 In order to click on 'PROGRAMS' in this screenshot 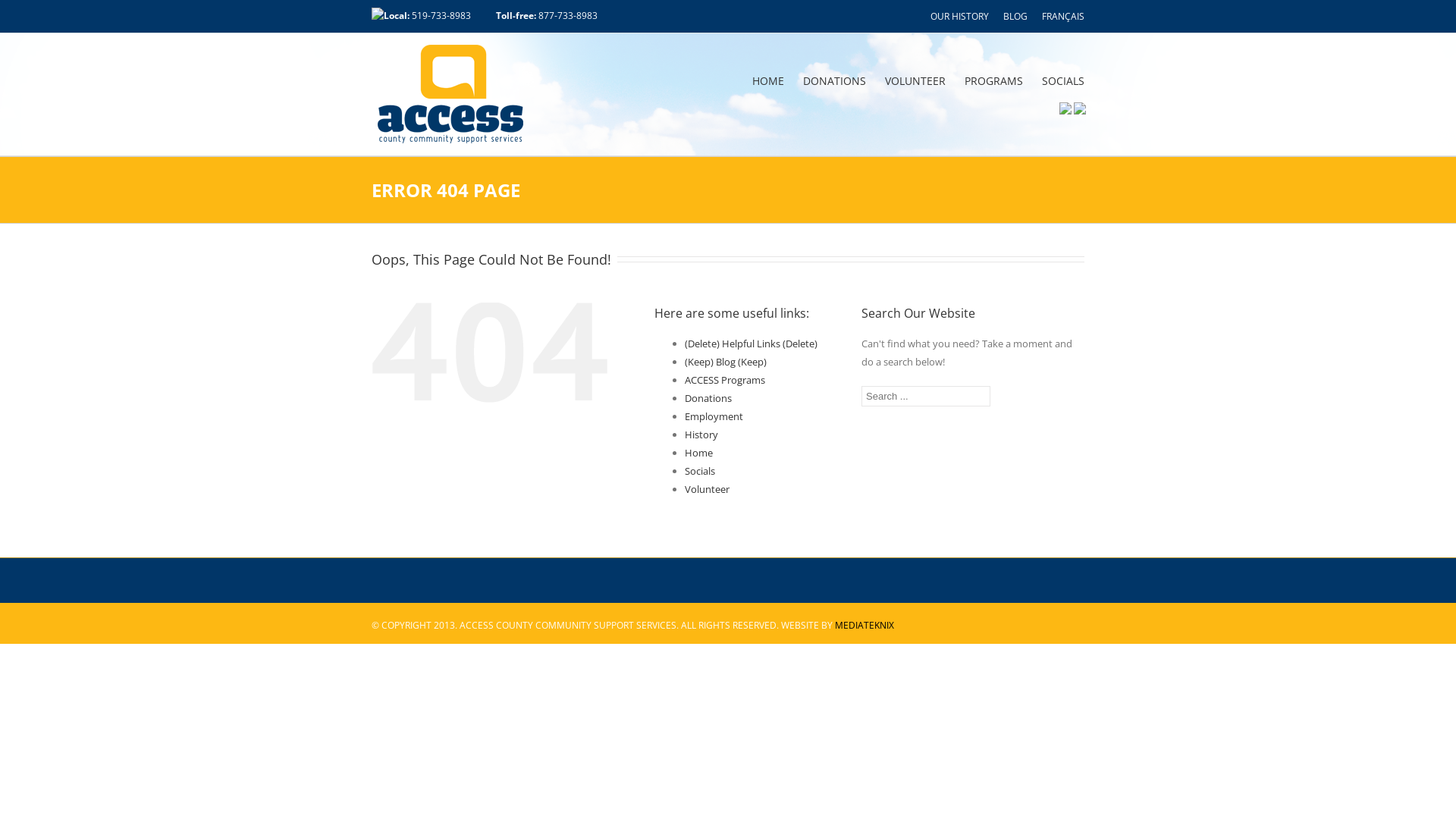, I will do `click(993, 80)`.